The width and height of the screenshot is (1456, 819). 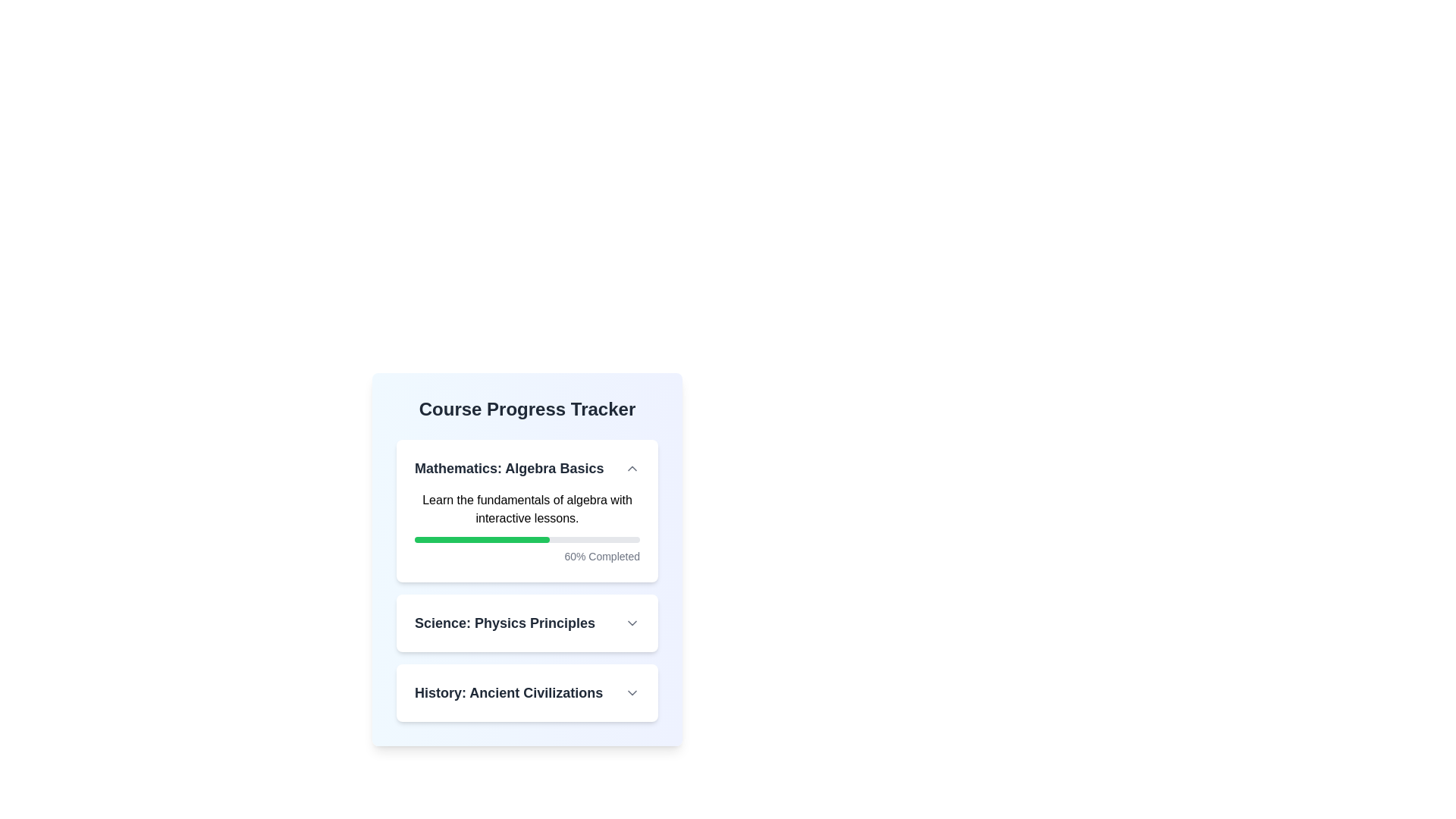 What do you see at coordinates (527, 526) in the screenshot?
I see `description of the visual progress indicator located in the 'Mathematics: Algebra Basics' section of the progress tracker interface, which is the second element below the section title and an optional menu icon` at bounding box center [527, 526].